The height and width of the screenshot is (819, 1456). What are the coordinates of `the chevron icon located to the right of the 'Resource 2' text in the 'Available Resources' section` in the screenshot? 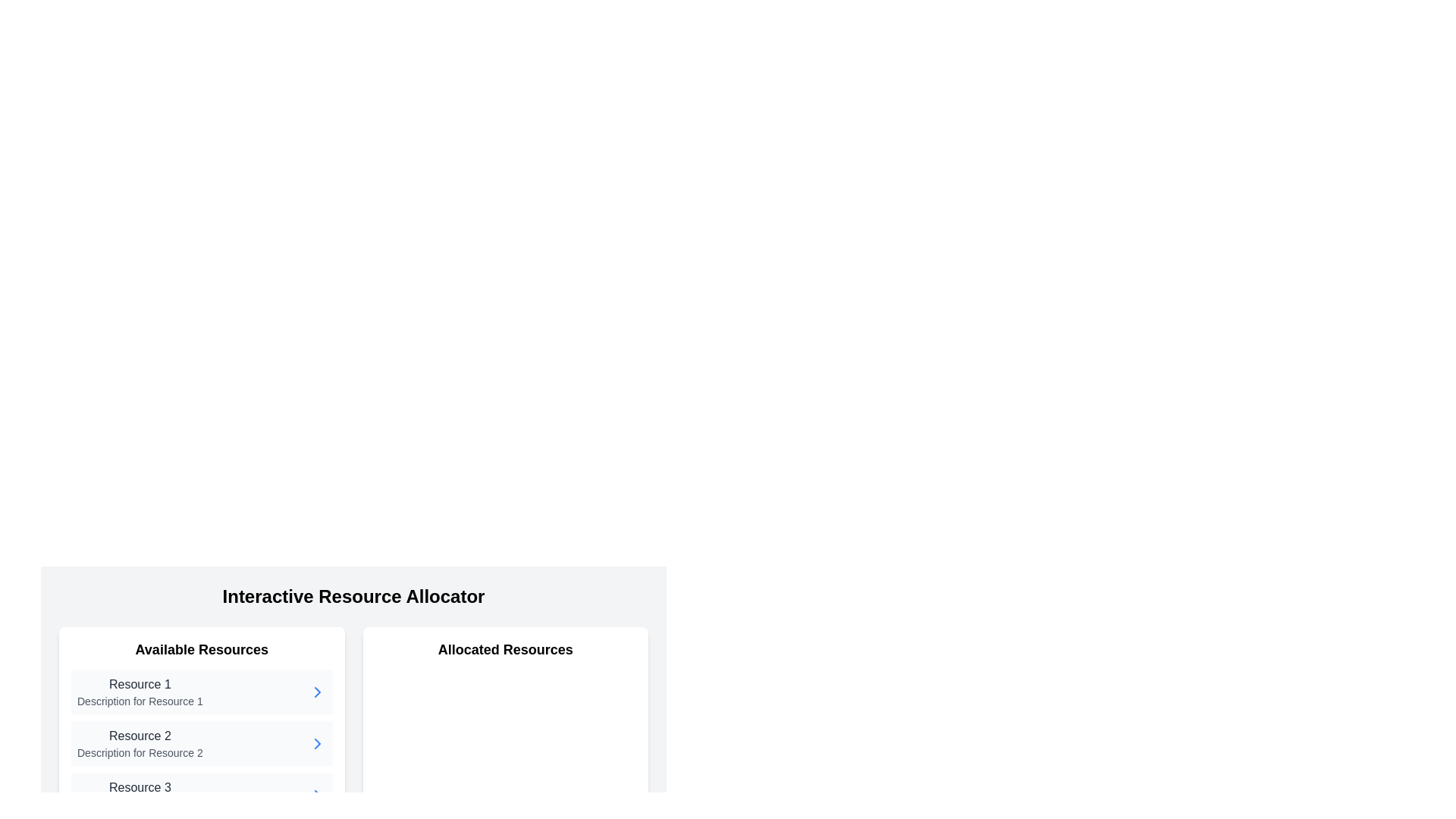 It's located at (316, 742).